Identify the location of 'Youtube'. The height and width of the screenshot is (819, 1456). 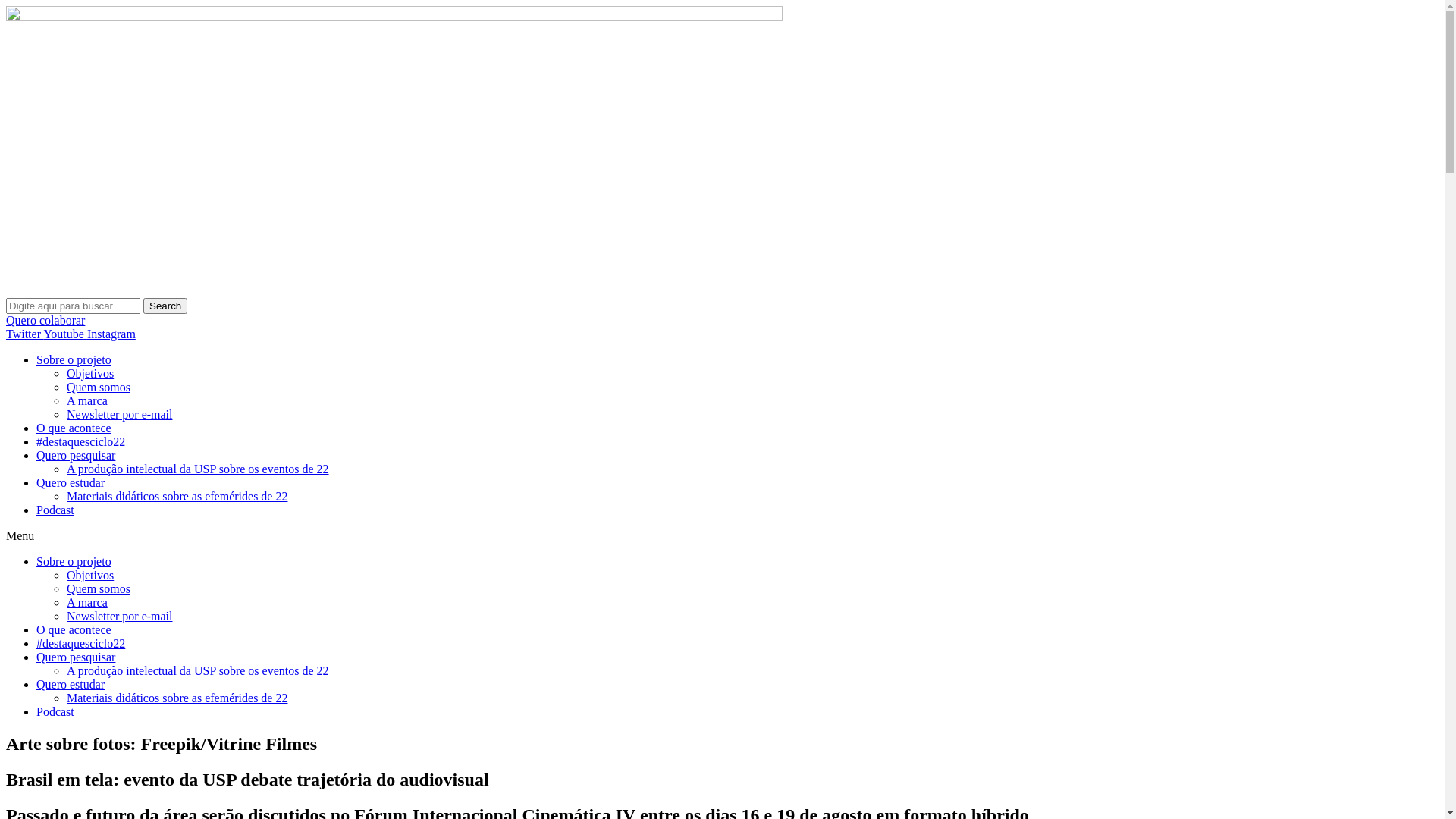
(64, 333).